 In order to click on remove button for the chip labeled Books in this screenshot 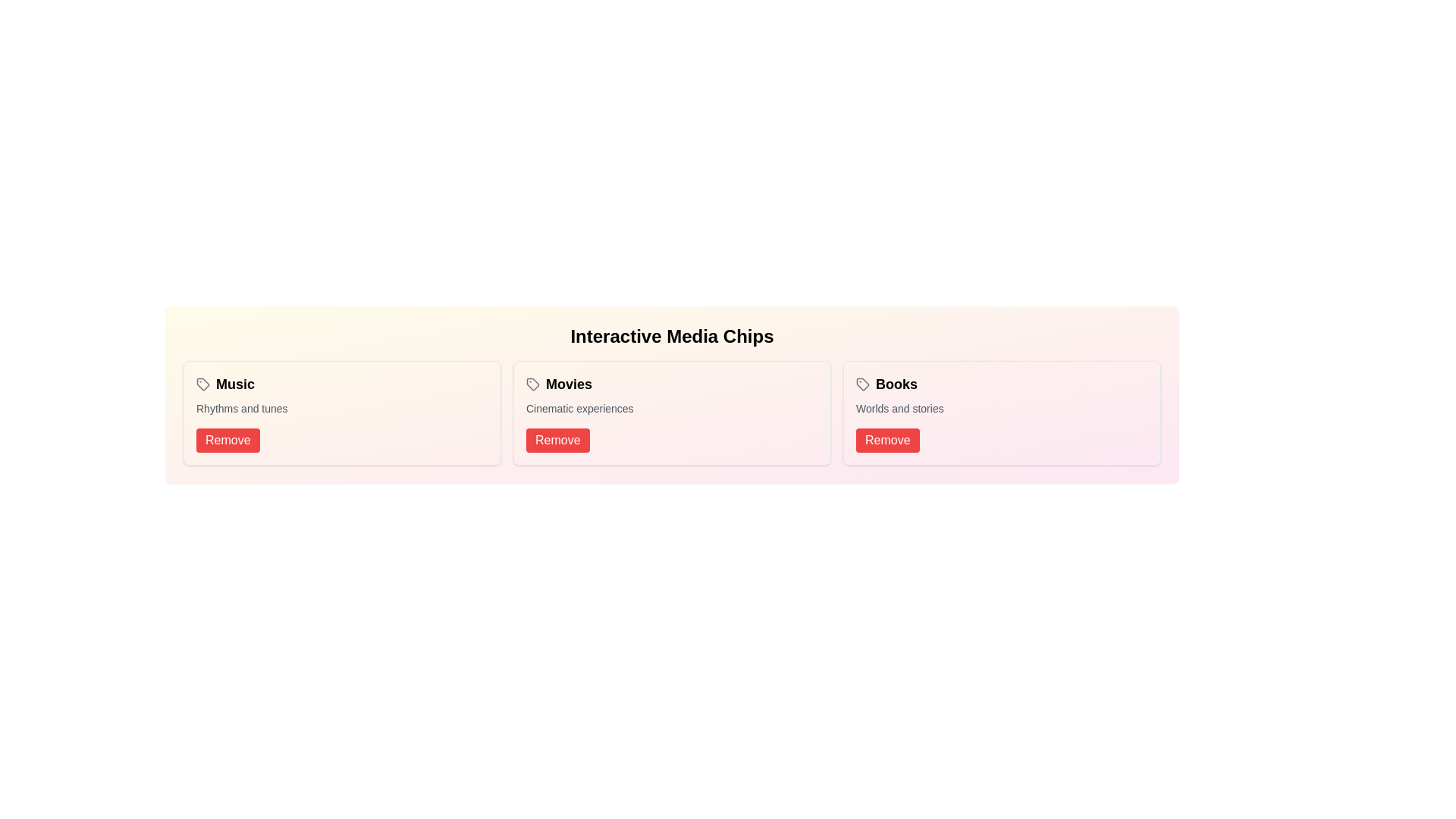, I will do `click(887, 441)`.